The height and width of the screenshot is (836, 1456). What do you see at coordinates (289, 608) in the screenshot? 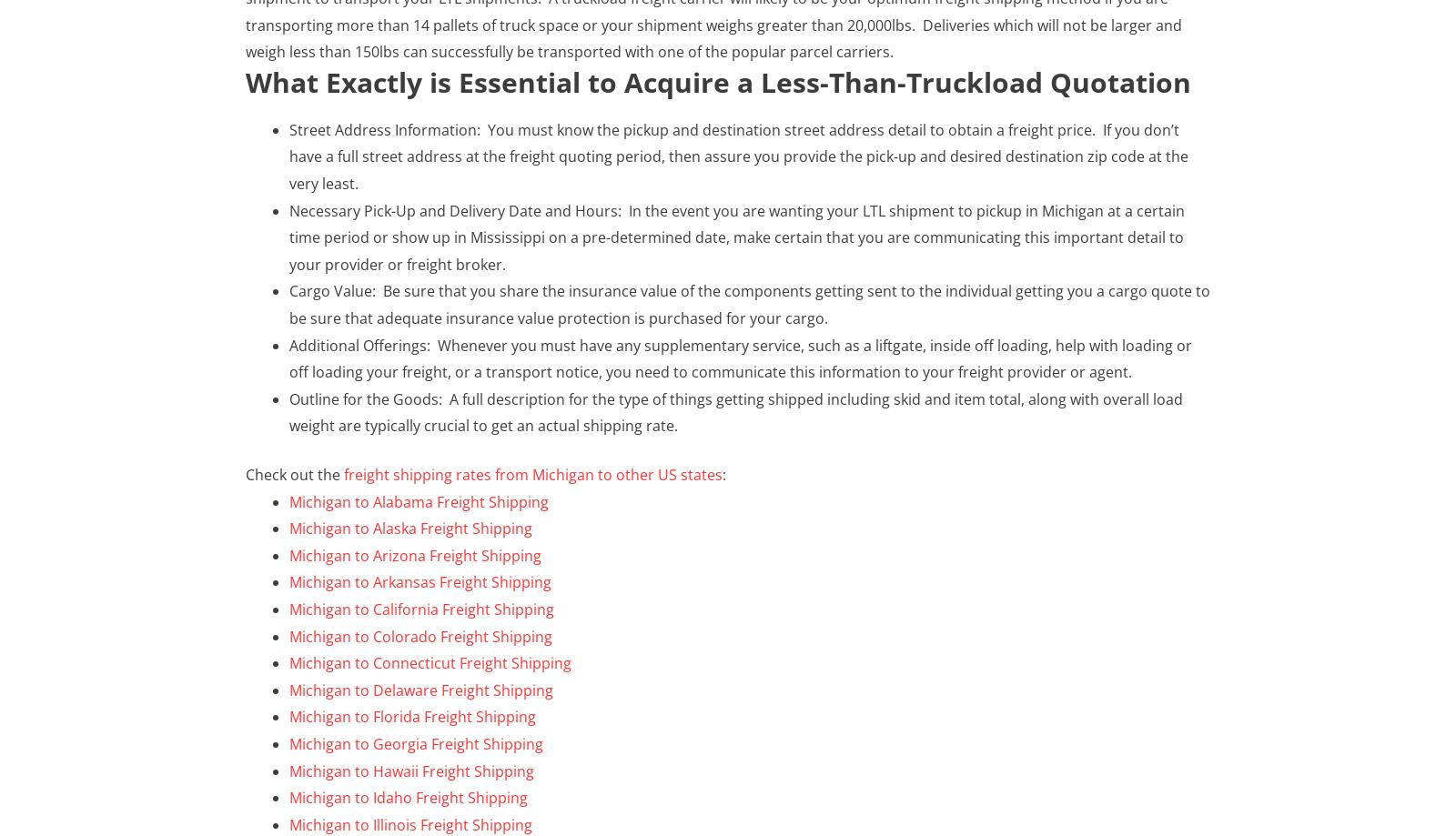
I see `'Michigan to California Freight Shipping'` at bounding box center [289, 608].